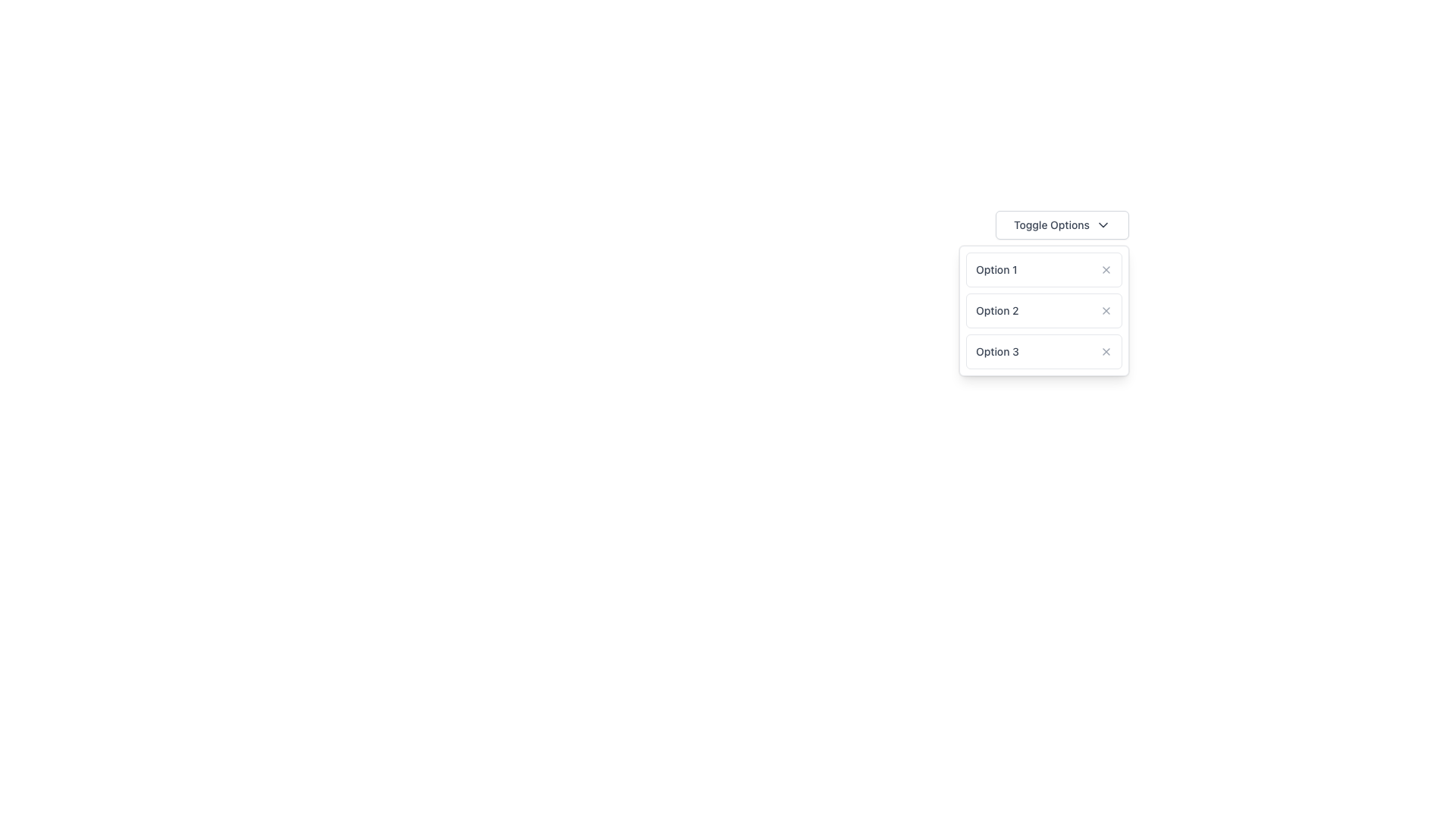  What do you see at coordinates (1103, 225) in the screenshot?
I see `the small downward-pointing chevron icon next to the 'Toggle Options' label` at bounding box center [1103, 225].